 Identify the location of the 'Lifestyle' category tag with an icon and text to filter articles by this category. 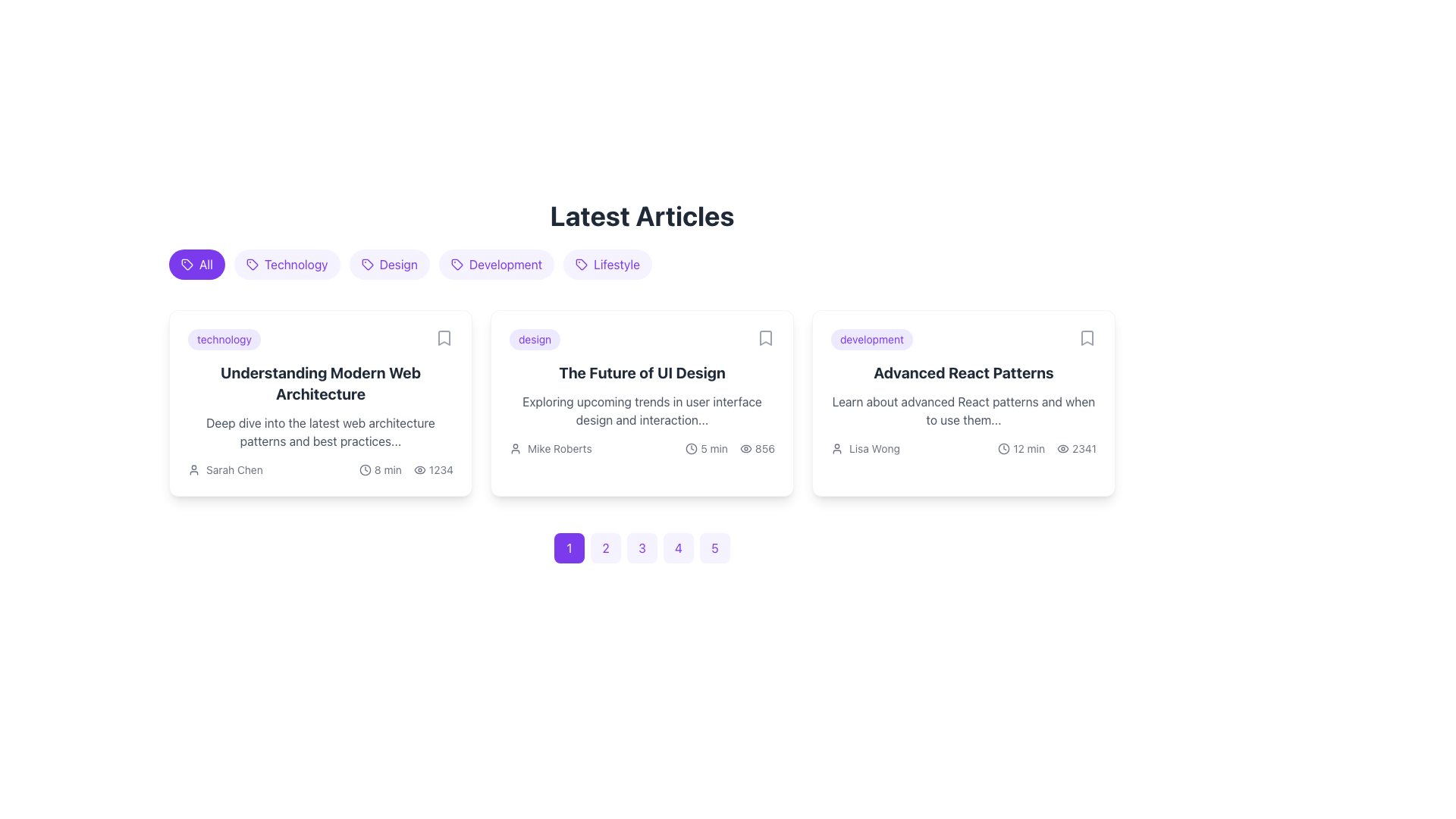
(607, 263).